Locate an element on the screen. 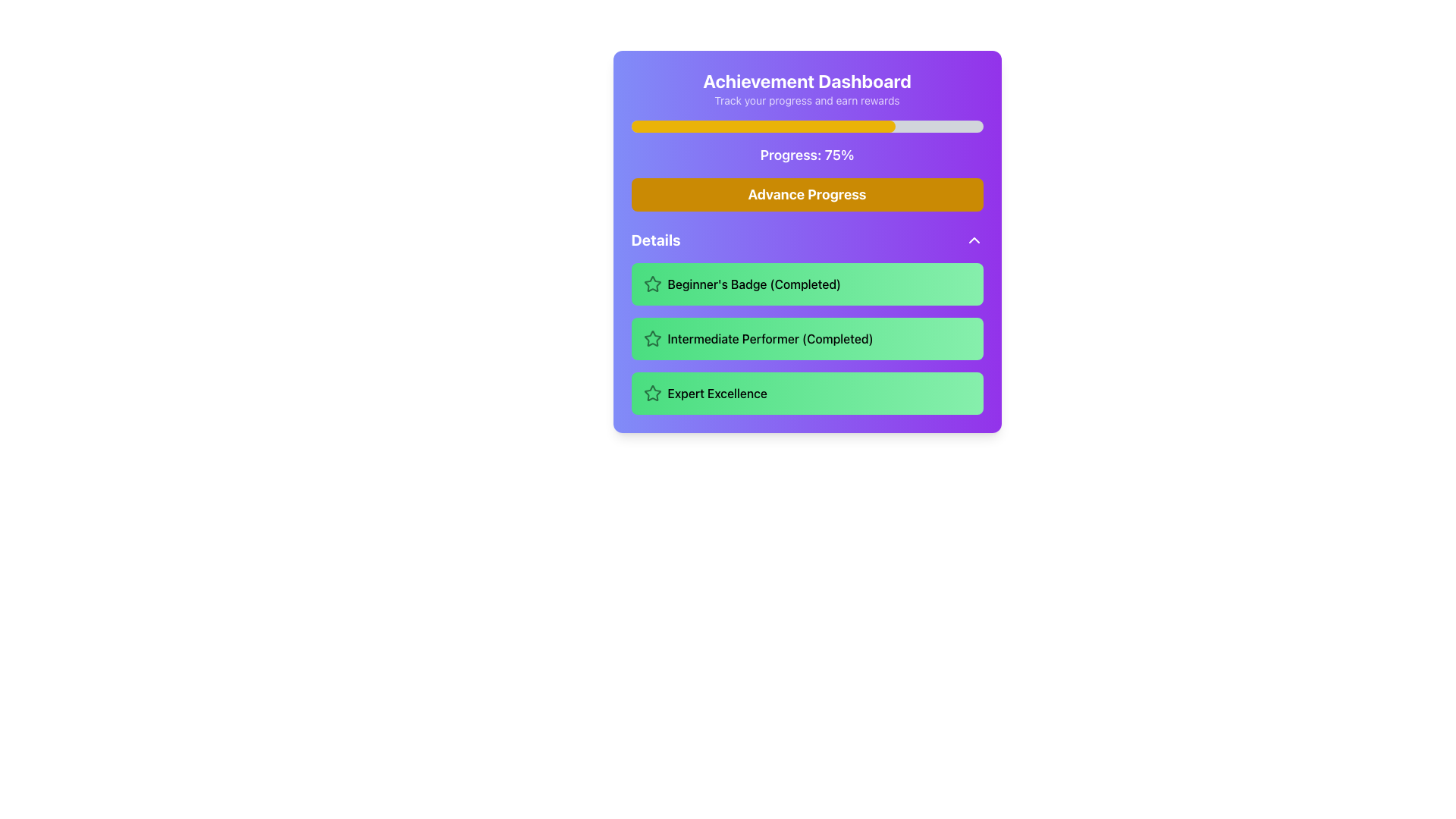  the text label that reads 'Beginner's Badge (Completed)', which is styled with a medium-weight font on a green background, located under the section titled 'Details' is located at coordinates (754, 284).